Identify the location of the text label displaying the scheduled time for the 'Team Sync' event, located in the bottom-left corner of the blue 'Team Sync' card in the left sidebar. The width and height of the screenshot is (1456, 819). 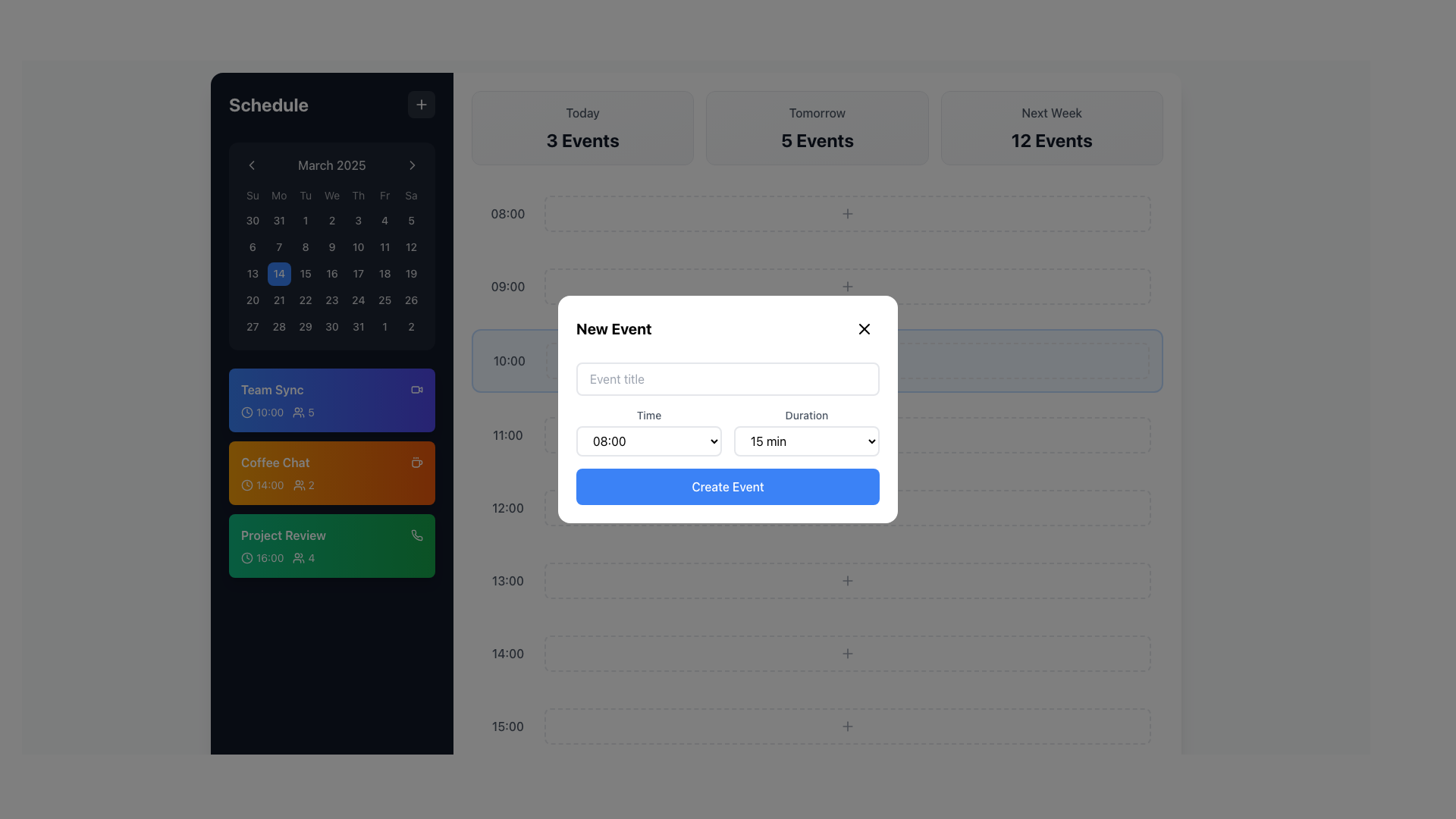
(270, 413).